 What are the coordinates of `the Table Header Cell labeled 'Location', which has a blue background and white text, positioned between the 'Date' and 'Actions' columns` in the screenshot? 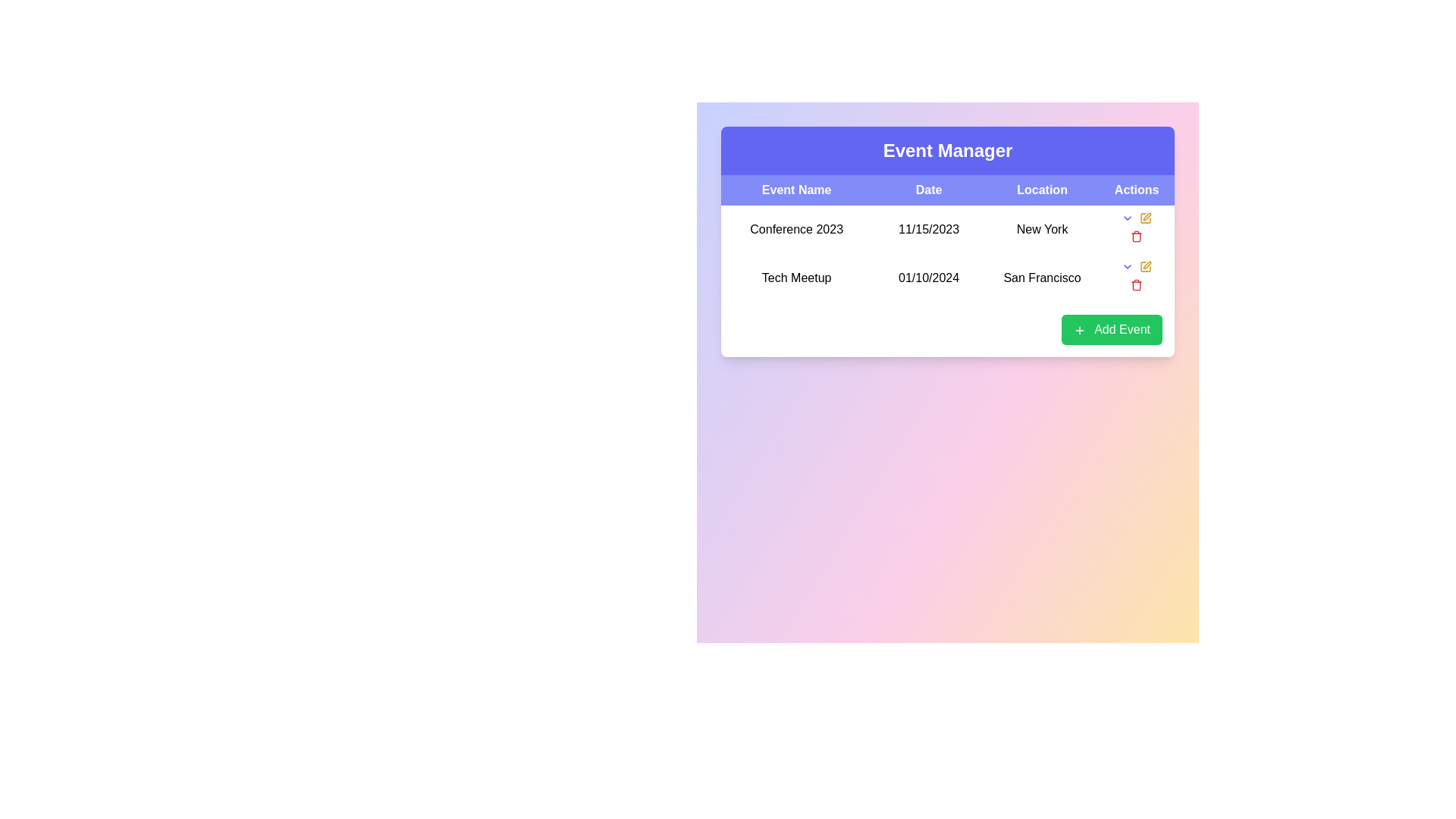 It's located at (1041, 189).